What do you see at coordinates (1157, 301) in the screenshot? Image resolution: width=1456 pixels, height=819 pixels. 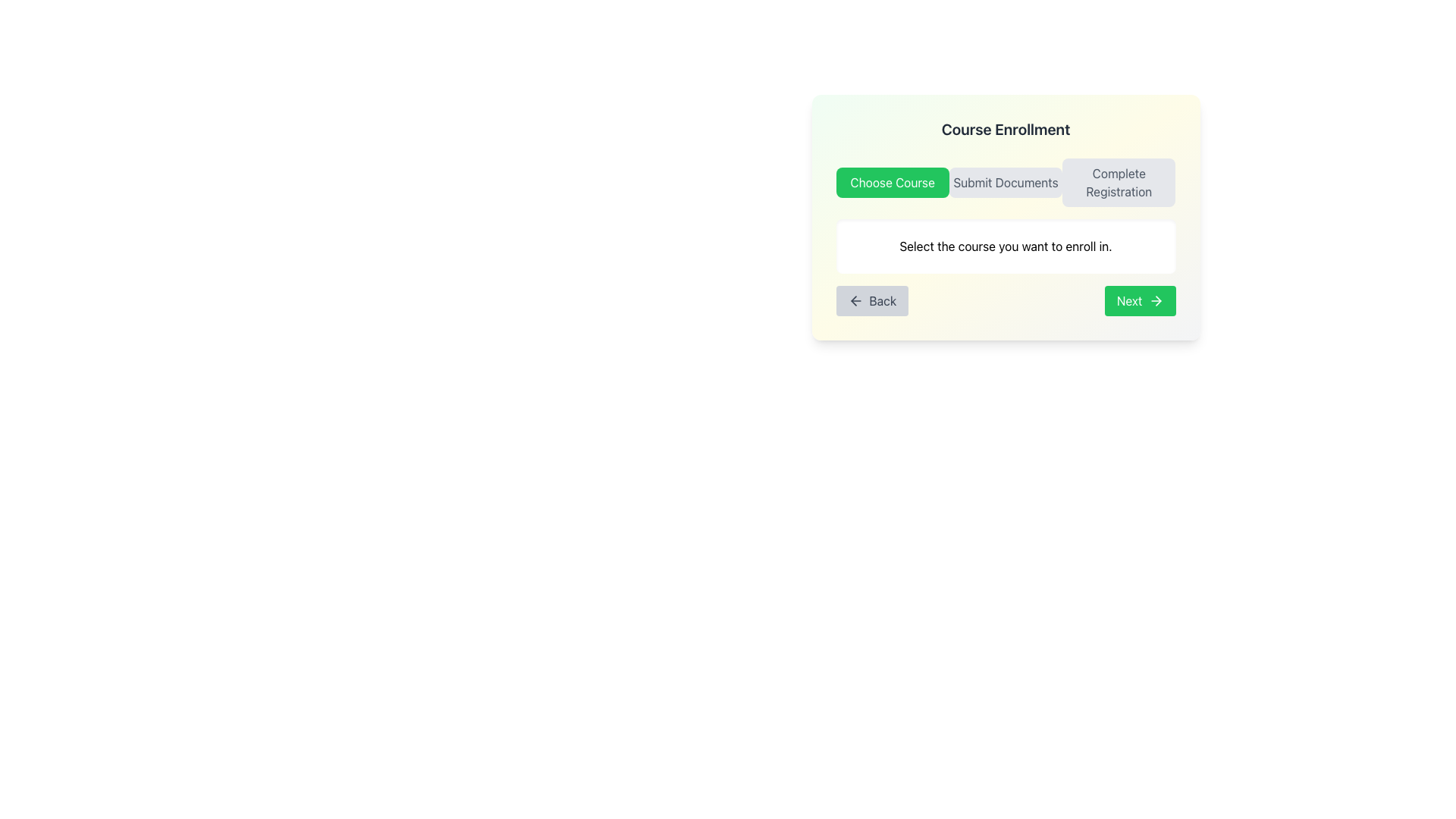 I see `the arrowhead icon indicating navigation on the 'Next' button located at the bottom-right corner of the 'Course Enrollment' card for visual feedback` at bounding box center [1157, 301].